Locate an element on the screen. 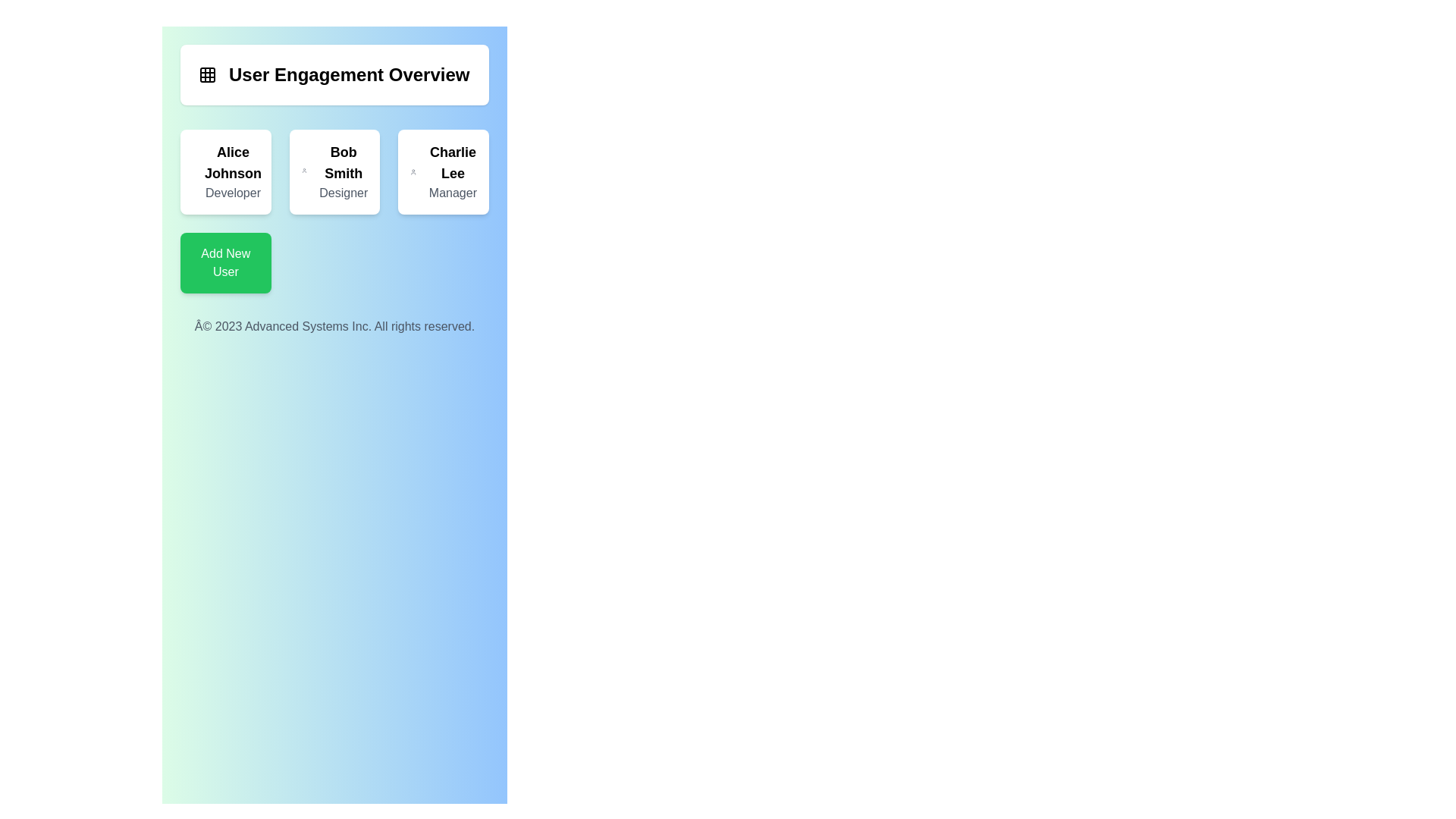 This screenshot has height=819, width=1456. the static text label displaying 'Bob Smith', which is a bold and larger font label centered above the smaller text 'Designer' is located at coordinates (343, 163).